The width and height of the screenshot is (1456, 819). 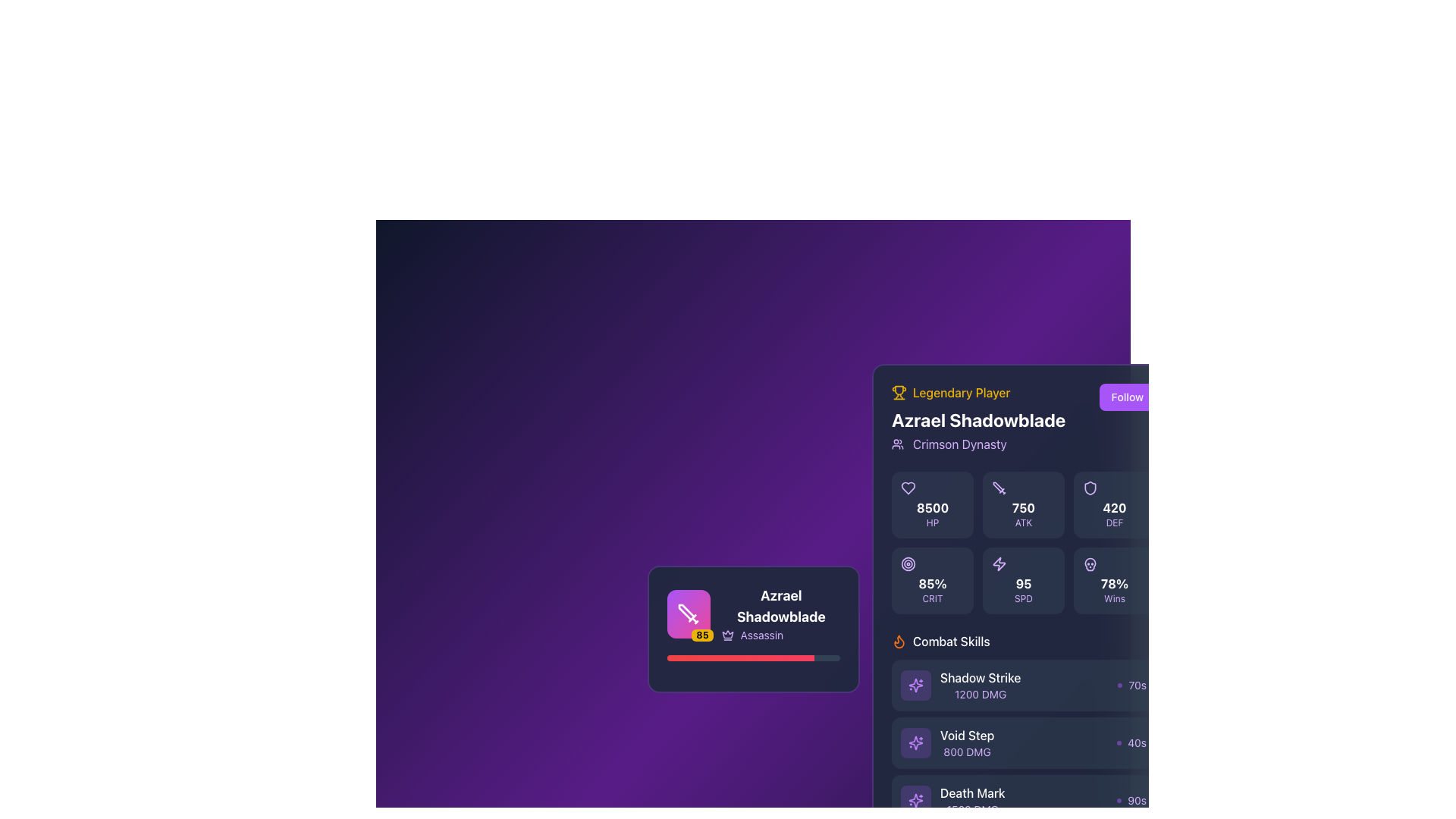 What do you see at coordinates (978, 391) in the screenshot?
I see `the 'Legendary Player' label with the yellow trophy icon located in the top-left corner of the right panel, which highlights a player's details` at bounding box center [978, 391].